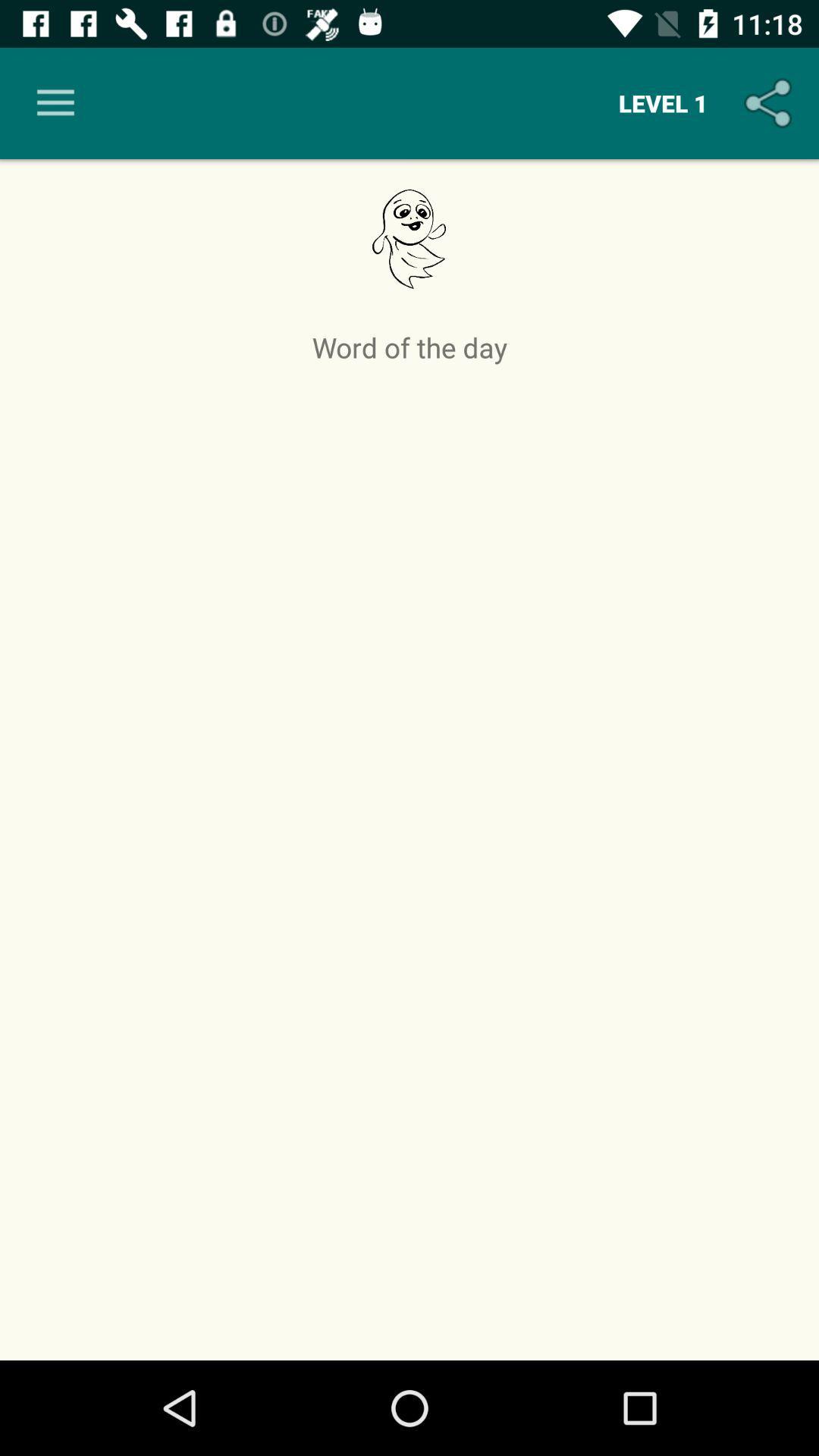  I want to click on the item at the center, so click(409, 858).